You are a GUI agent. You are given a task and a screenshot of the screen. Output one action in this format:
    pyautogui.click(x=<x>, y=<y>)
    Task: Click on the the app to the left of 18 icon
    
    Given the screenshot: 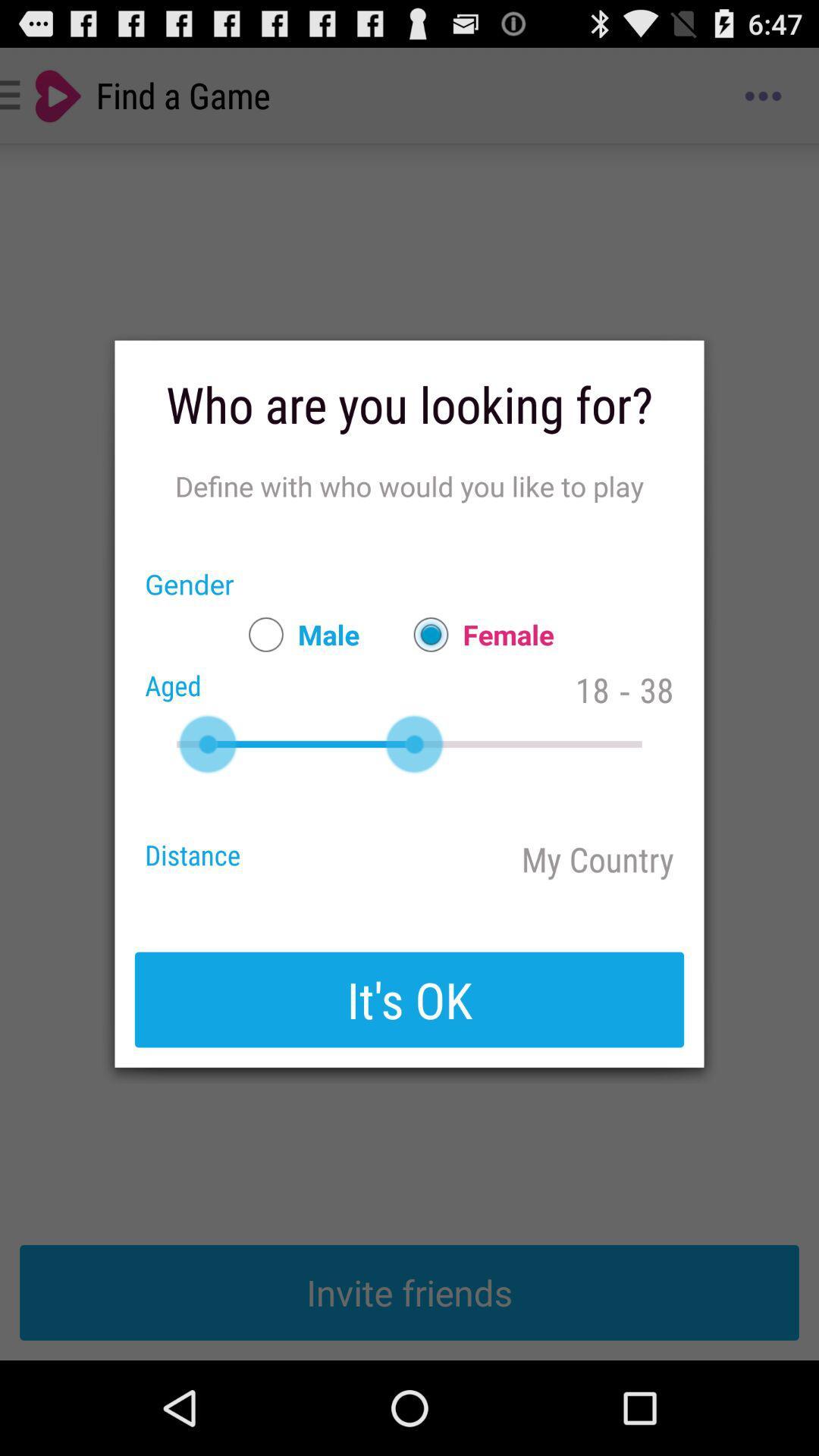 What is the action you would take?
    pyautogui.click(x=475, y=634)
    